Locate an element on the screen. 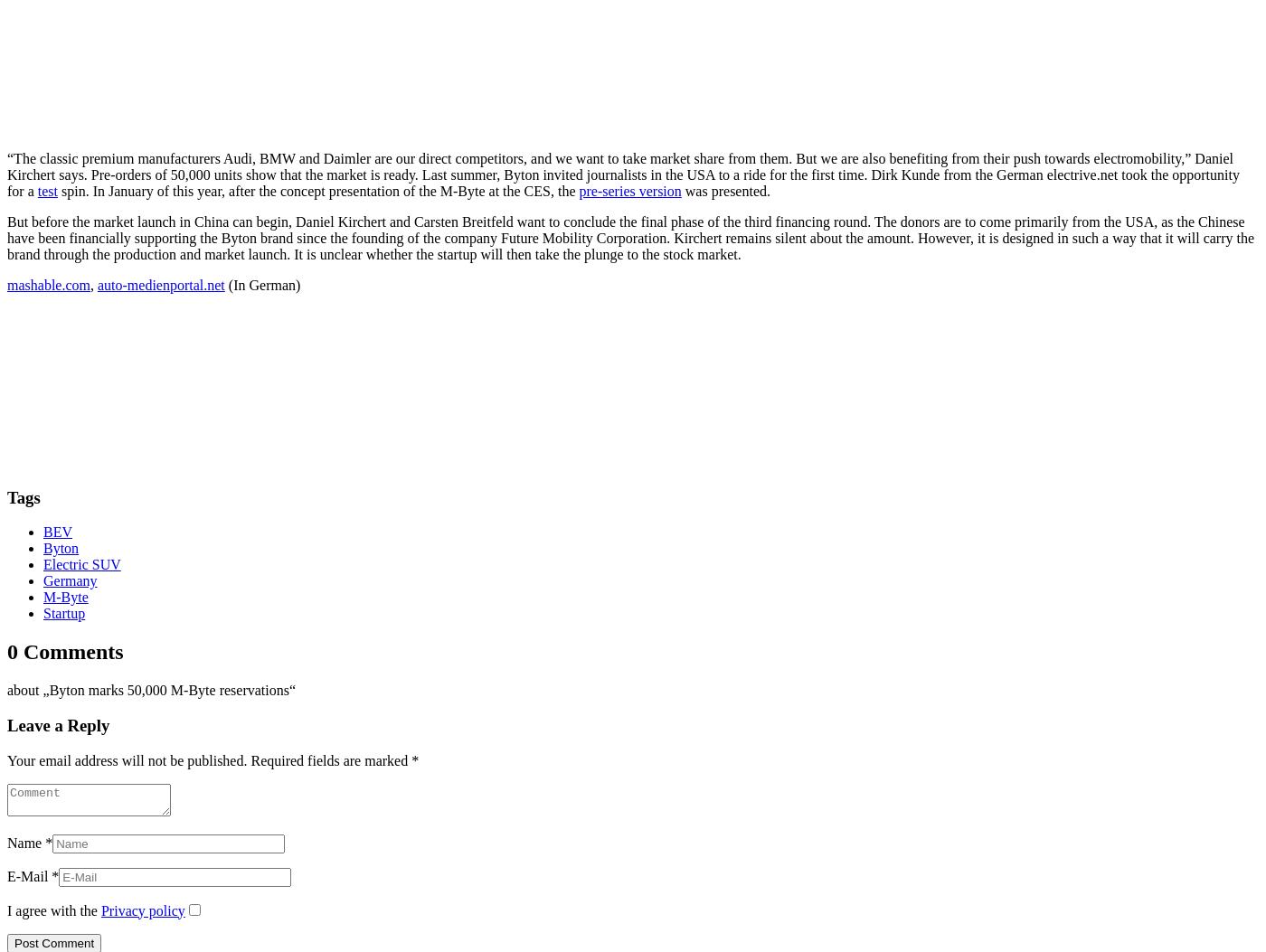 The height and width of the screenshot is (952, 1266). '*' is located at coordinates (415, 759).